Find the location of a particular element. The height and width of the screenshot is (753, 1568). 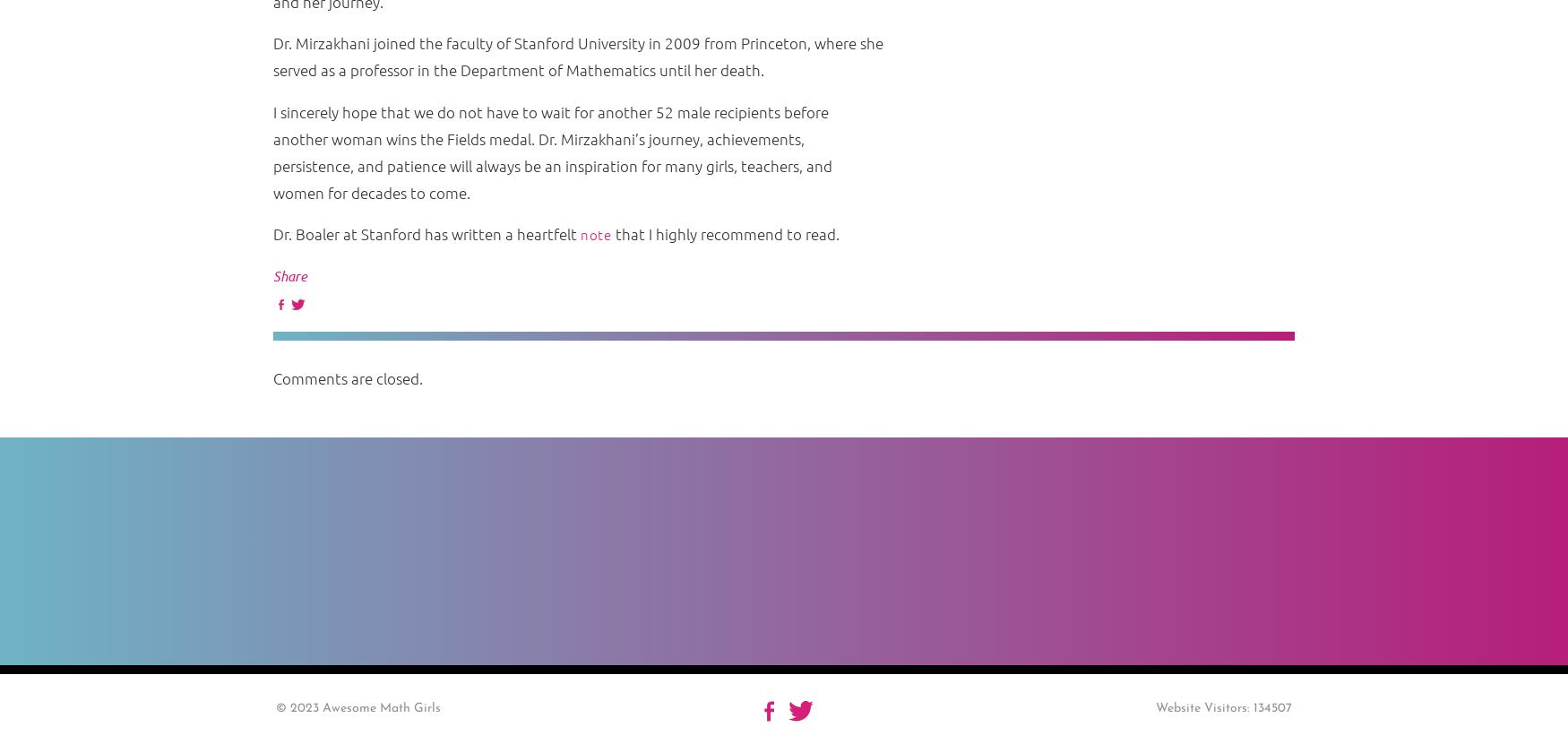

'Comments are closed.' is located at coordinates (347, 378).